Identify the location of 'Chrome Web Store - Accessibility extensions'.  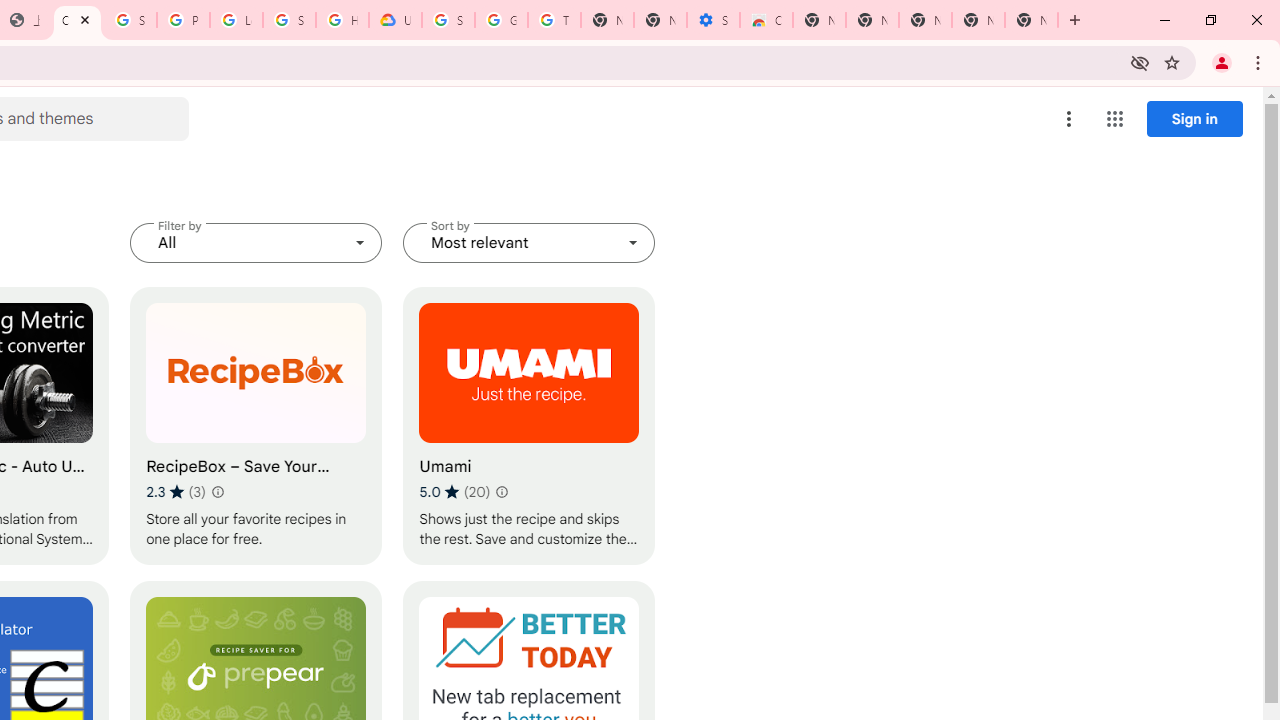
(765, 20).